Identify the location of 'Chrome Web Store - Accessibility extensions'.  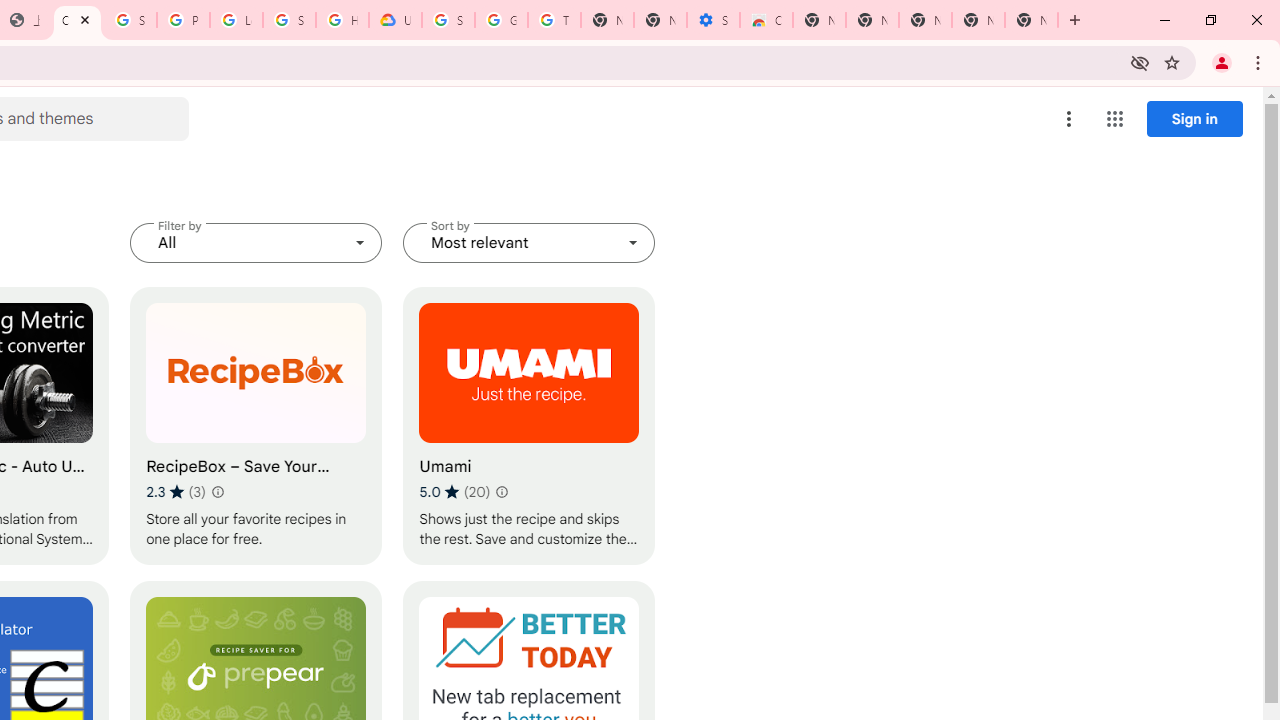
(765, 20).